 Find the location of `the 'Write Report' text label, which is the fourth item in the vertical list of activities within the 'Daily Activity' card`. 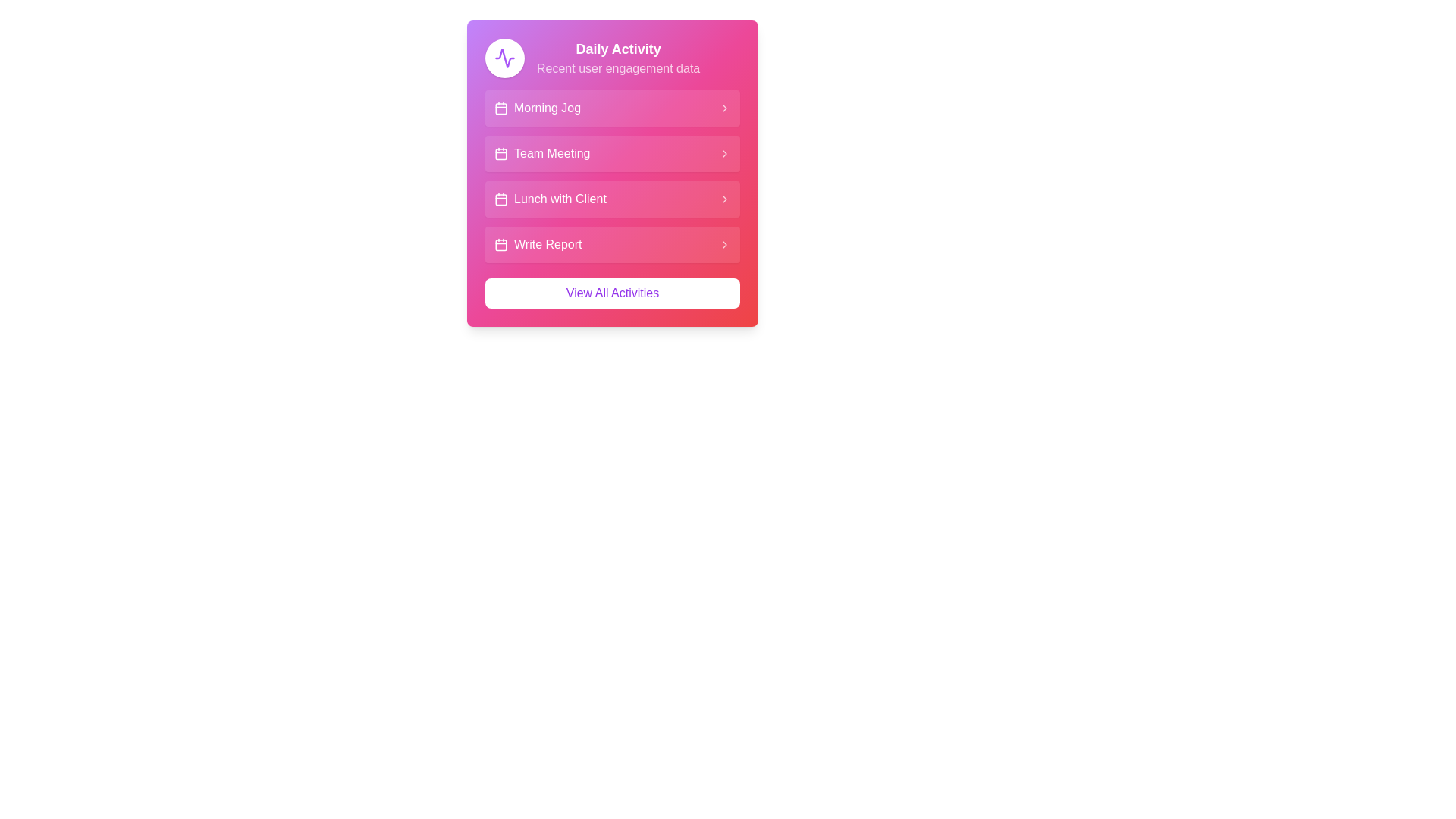

the 'Write Report' text label, which is the fourth item in the vertical list of activities within the 'Daily Activity' card is located at coordinates (547, 244).